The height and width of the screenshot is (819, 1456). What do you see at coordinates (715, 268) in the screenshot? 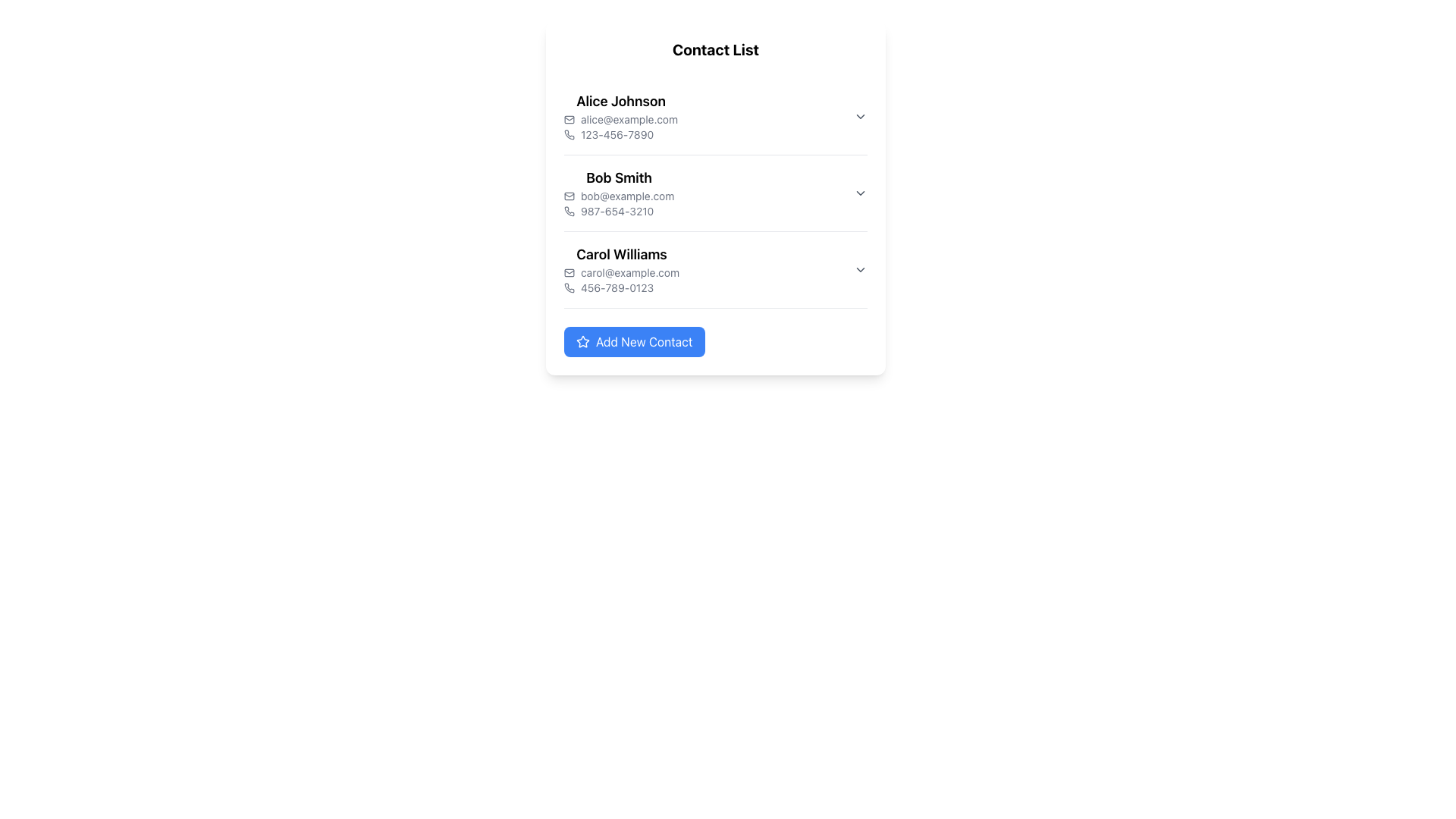
I see `the dropdown arrow of the third contact entry in the contact list` at bounding box center [715, 268].